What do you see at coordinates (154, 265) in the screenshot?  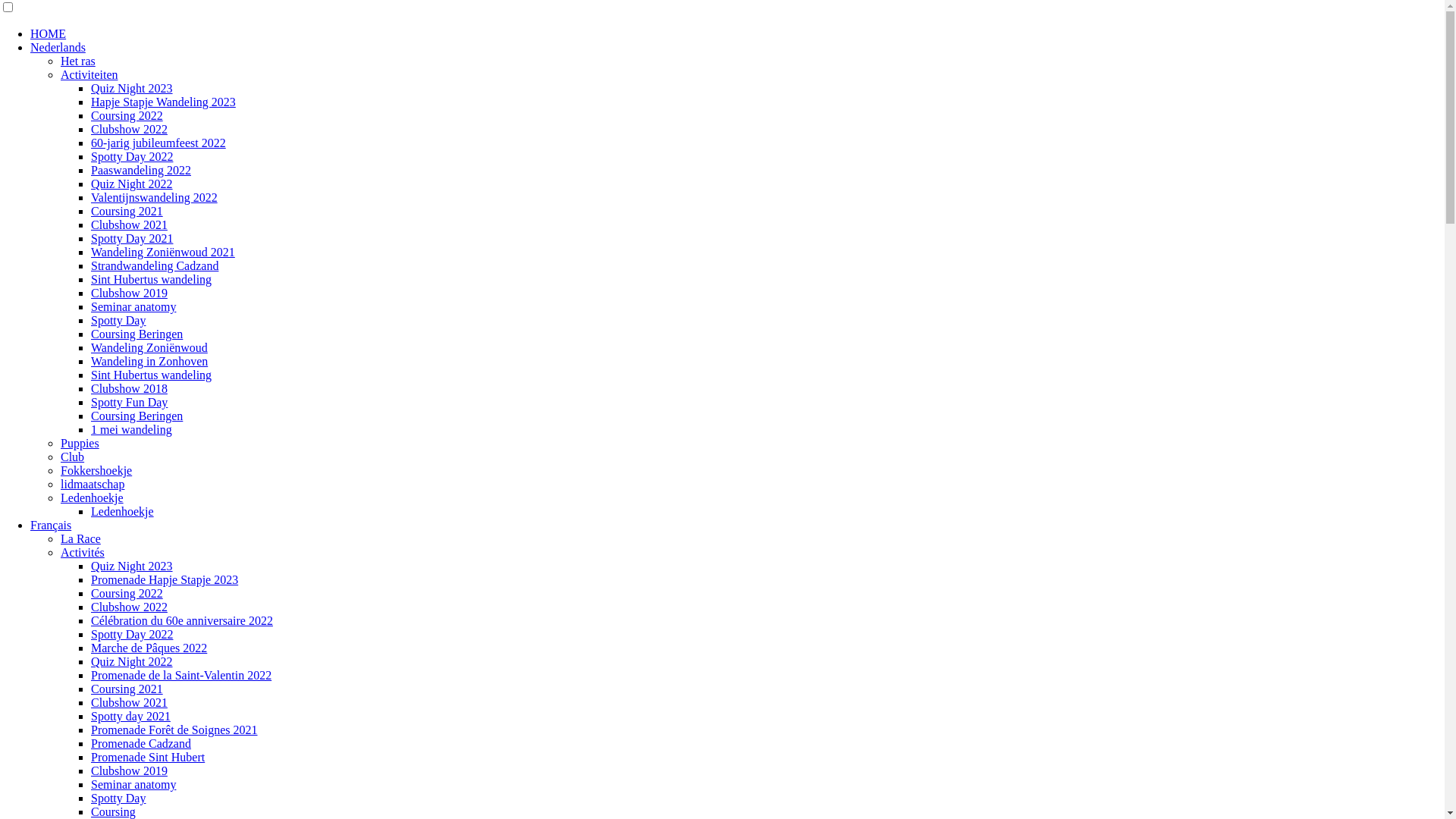 I see `'Strandwandeling Cadzand'` at bounding box center [154, 265].